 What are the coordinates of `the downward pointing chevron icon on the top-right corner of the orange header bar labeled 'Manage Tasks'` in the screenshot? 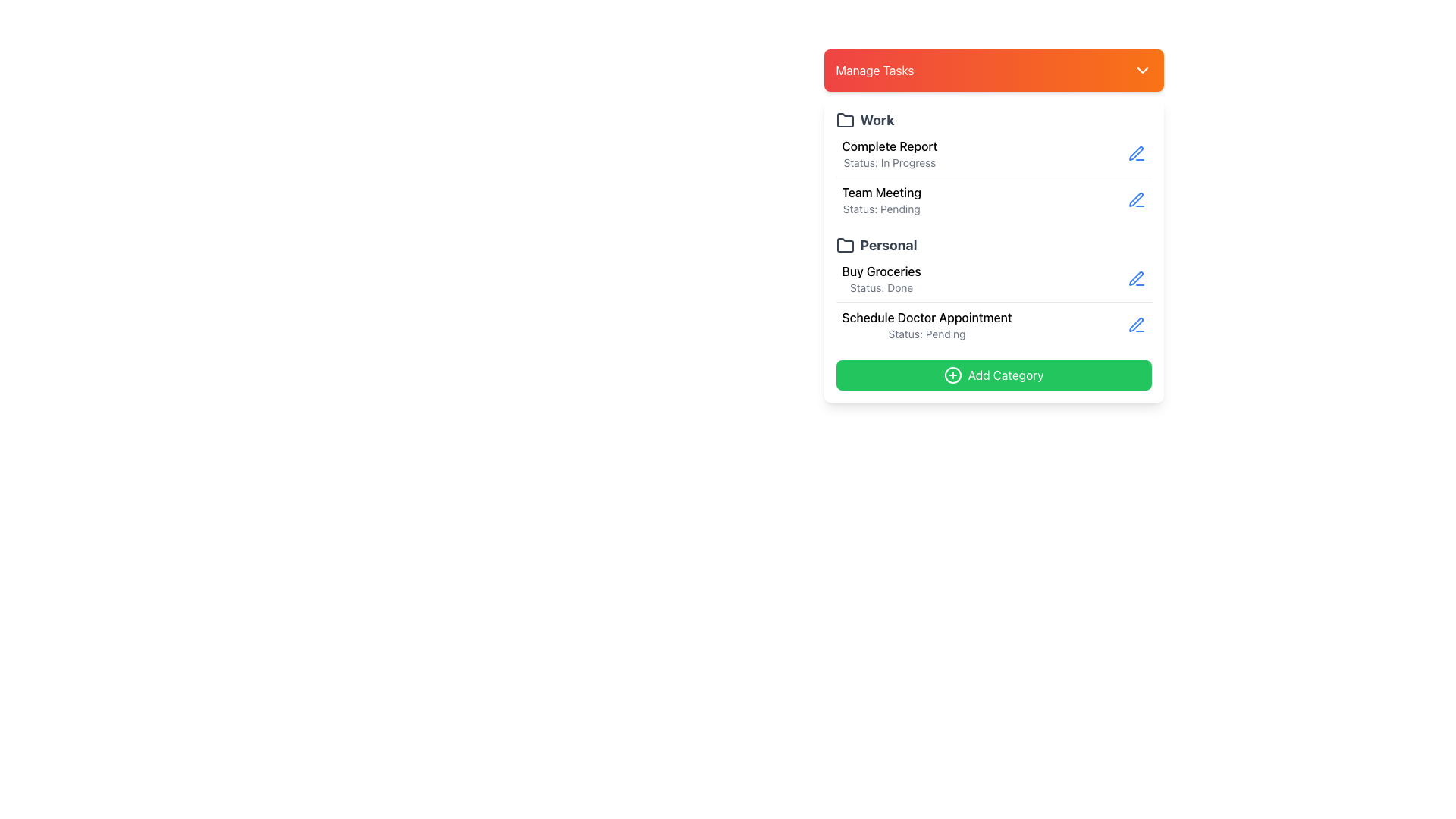 It's located at (1142, 70).